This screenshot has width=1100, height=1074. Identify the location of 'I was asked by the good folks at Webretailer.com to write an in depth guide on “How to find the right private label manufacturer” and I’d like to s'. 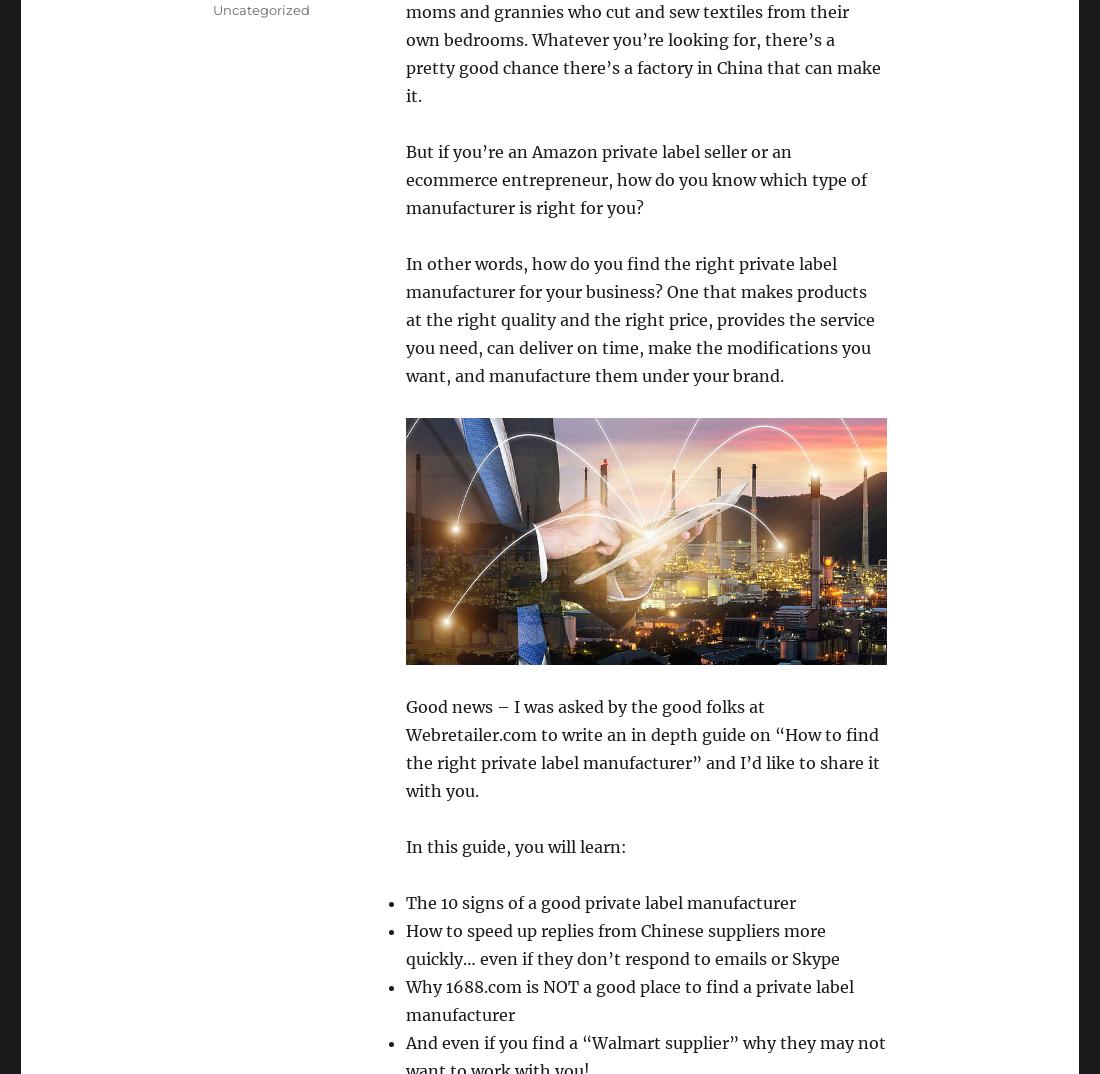
(405, 733).